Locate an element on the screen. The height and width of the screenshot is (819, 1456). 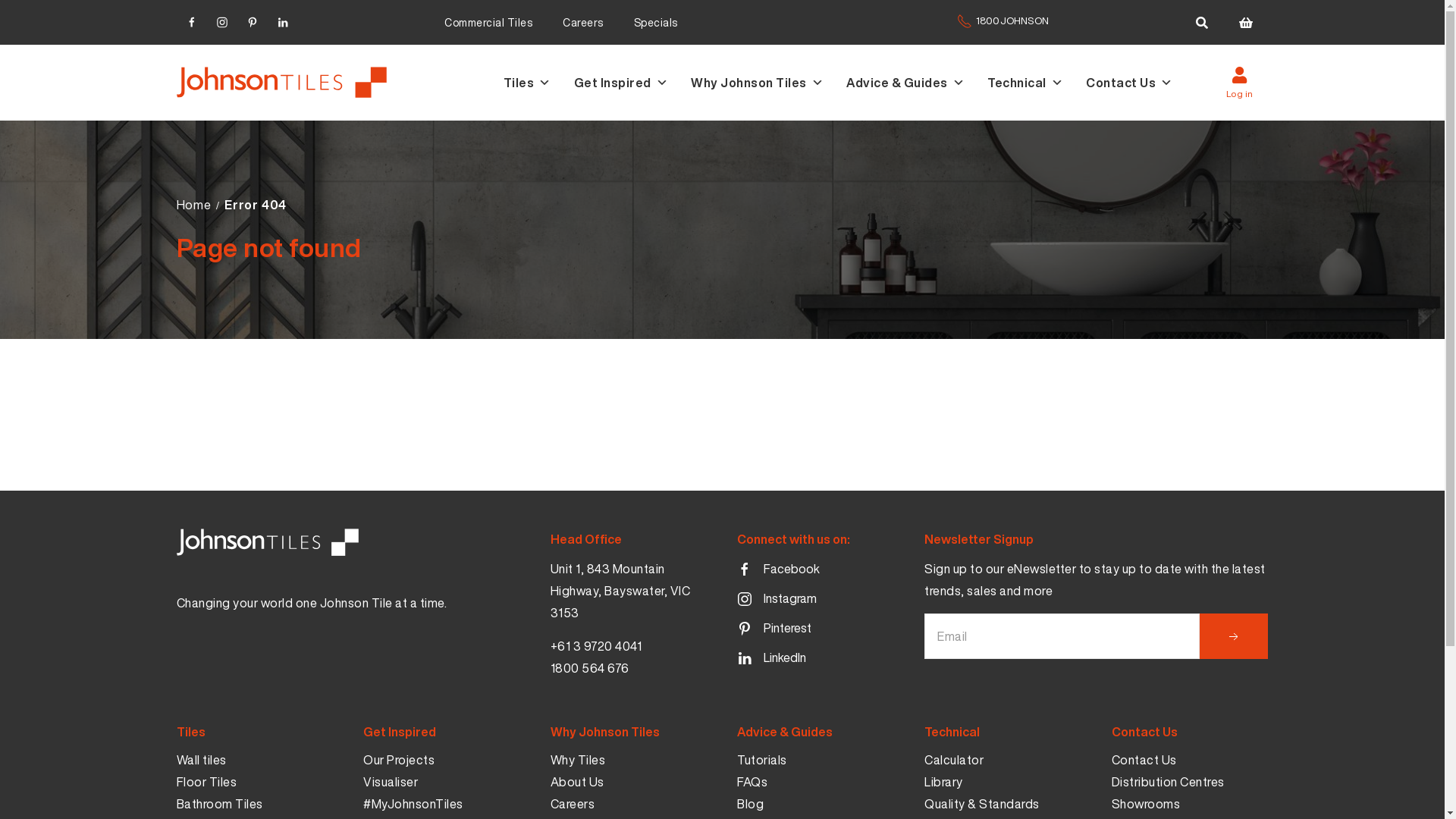
'Specials' is located at coordinates (655, 22).